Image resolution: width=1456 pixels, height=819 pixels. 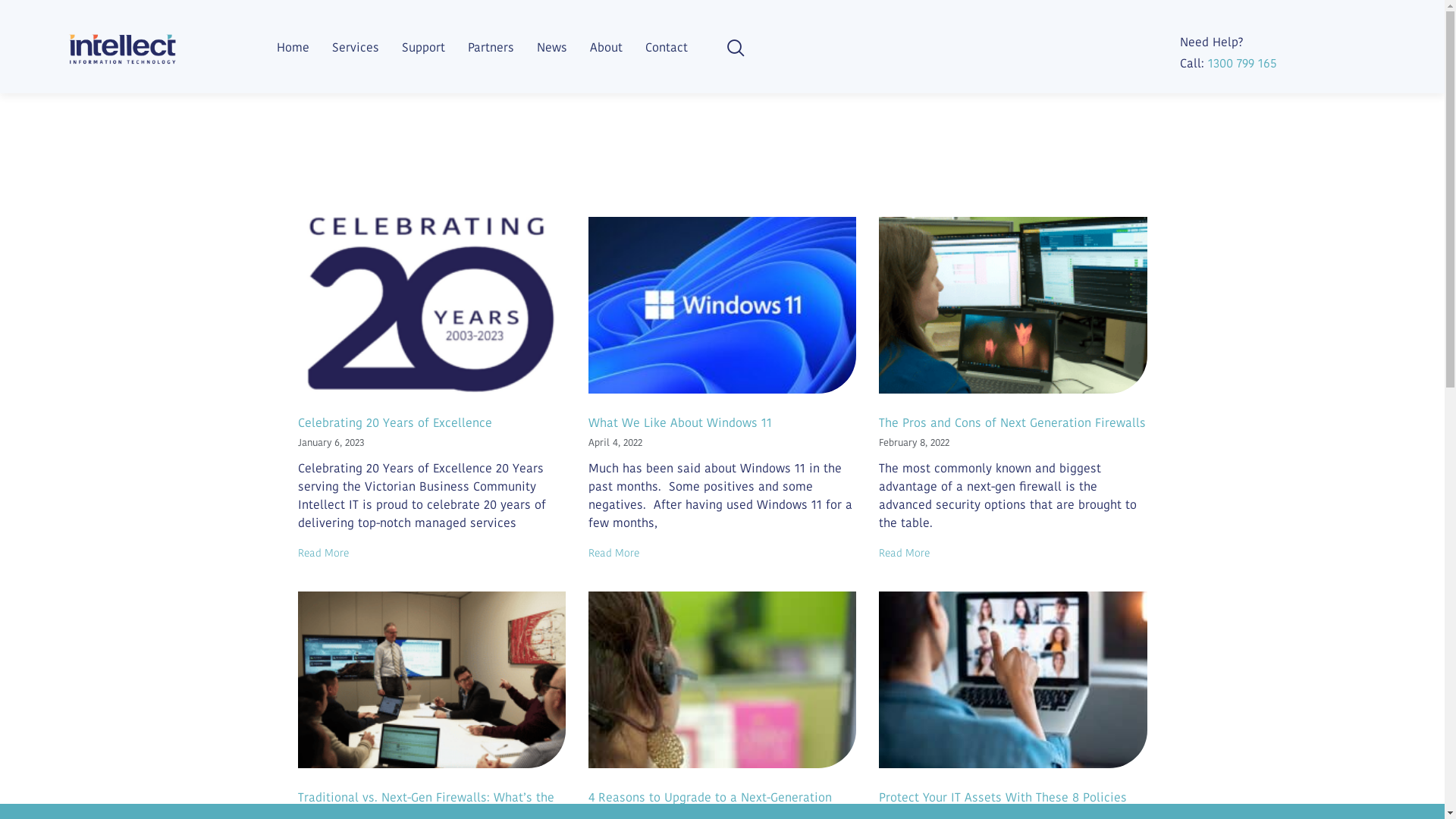 What do you see at coordinates (355, 46) in the screenshot?
I see `'Services'` at bounding box center [355, 46].